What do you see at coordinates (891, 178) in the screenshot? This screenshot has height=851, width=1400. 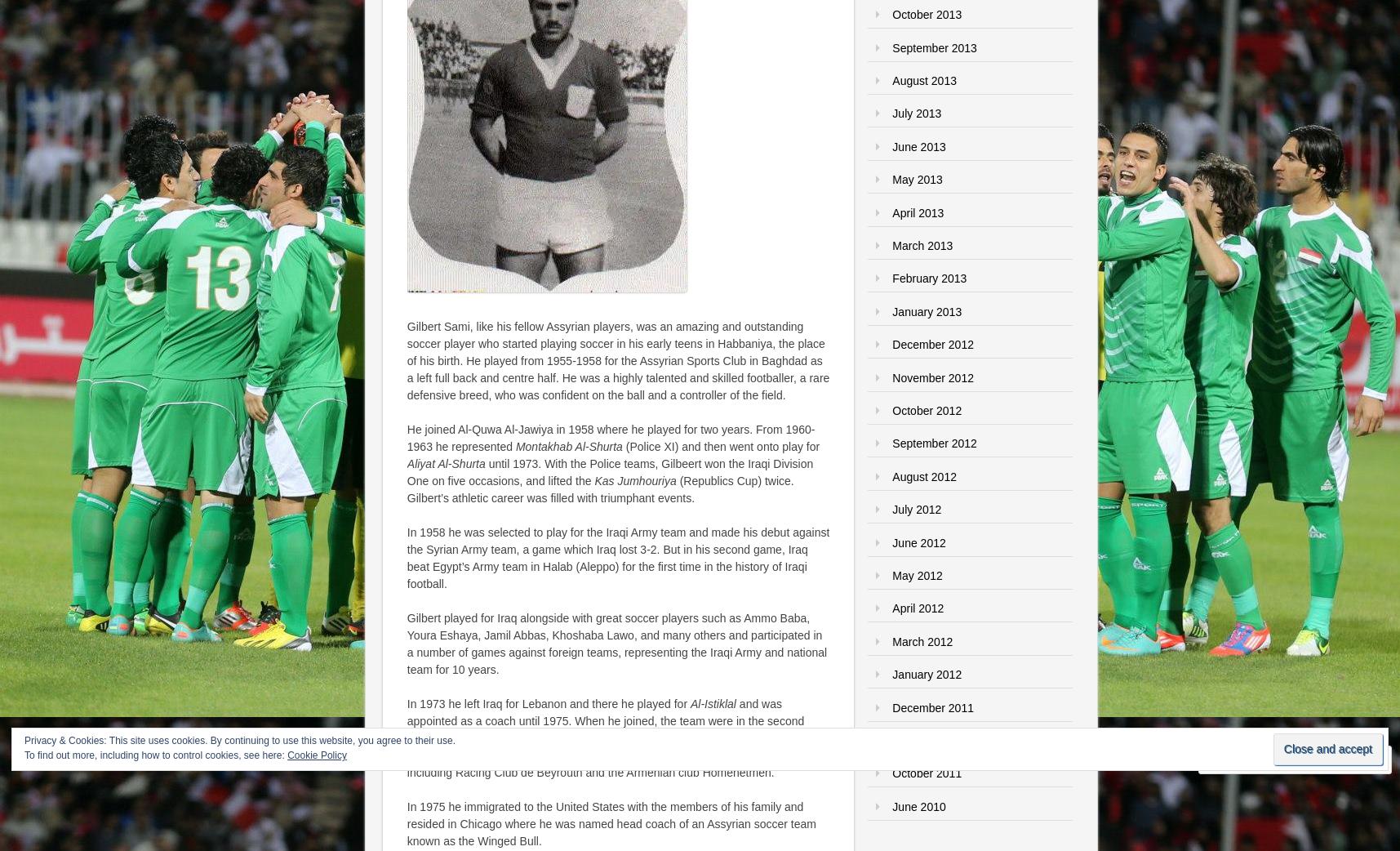 I see `'May 2013'` at bounding box center [891, 178].